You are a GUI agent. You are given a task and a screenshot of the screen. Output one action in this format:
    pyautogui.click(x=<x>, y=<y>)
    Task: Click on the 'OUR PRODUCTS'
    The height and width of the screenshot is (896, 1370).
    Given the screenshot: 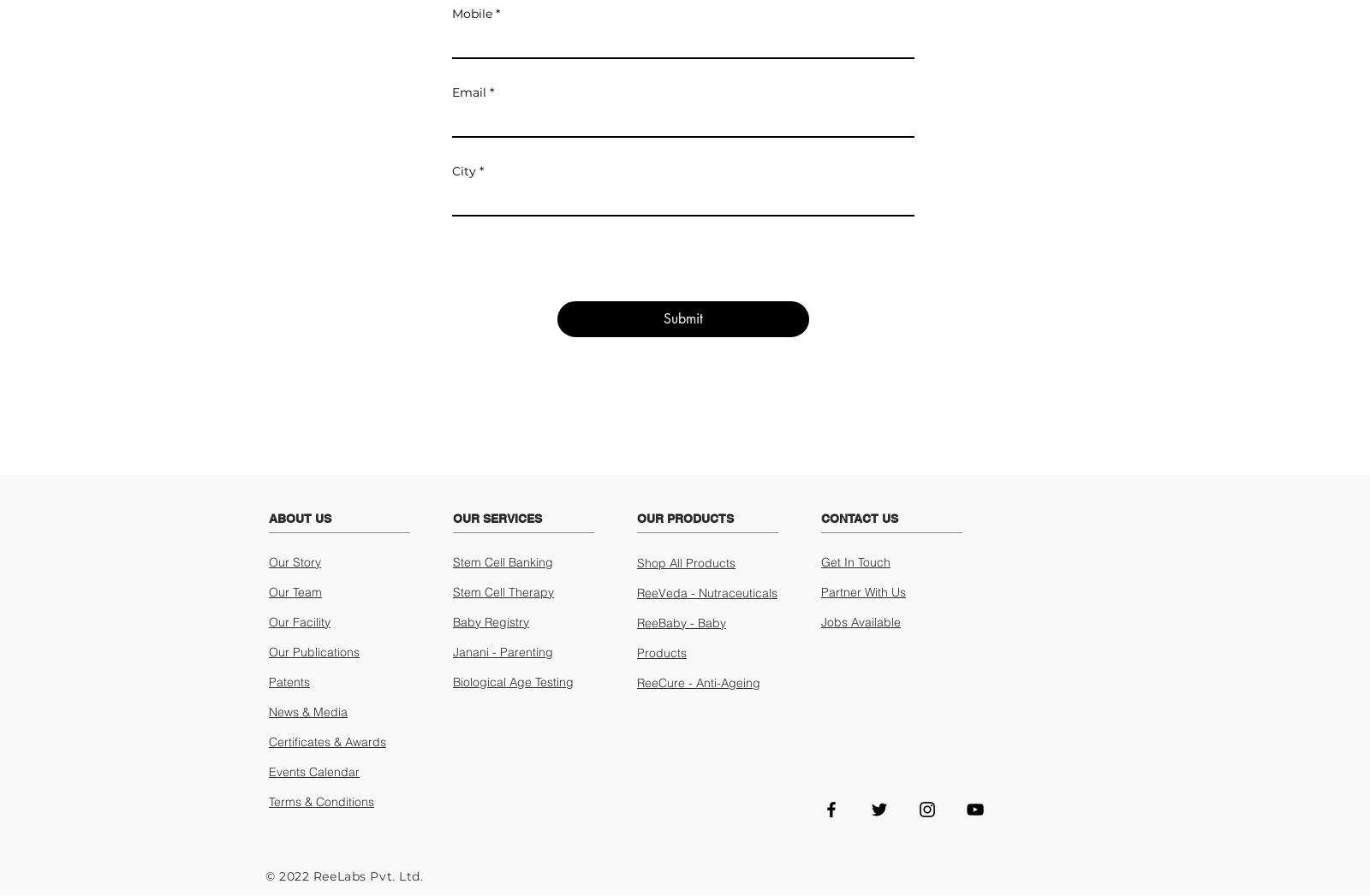 What is the action you would take?
    pyautogui.click(x=685, y=516)
    